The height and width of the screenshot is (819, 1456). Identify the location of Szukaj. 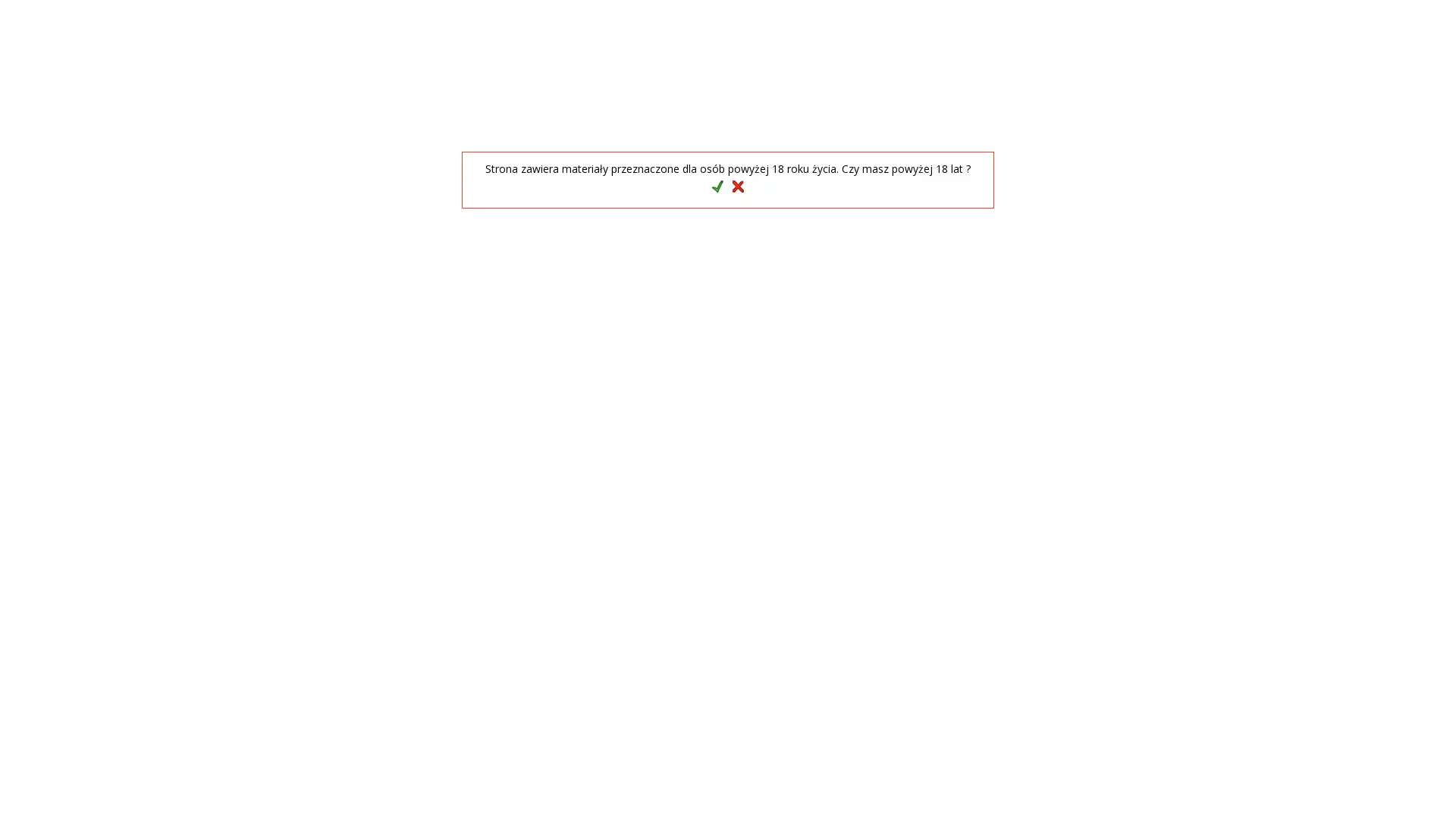
(551, 56).